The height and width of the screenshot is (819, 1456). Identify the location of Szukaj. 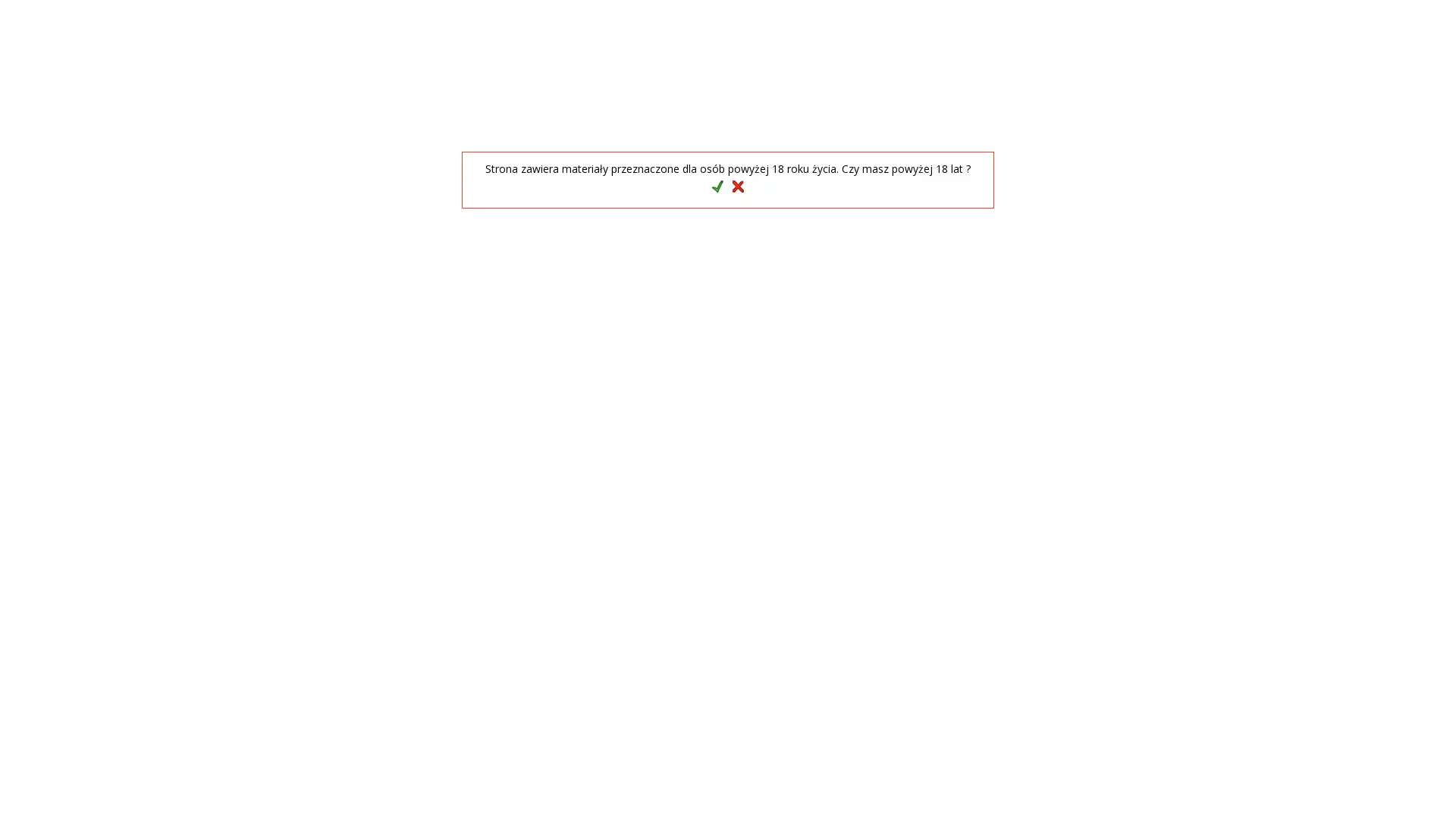
(551, 56).